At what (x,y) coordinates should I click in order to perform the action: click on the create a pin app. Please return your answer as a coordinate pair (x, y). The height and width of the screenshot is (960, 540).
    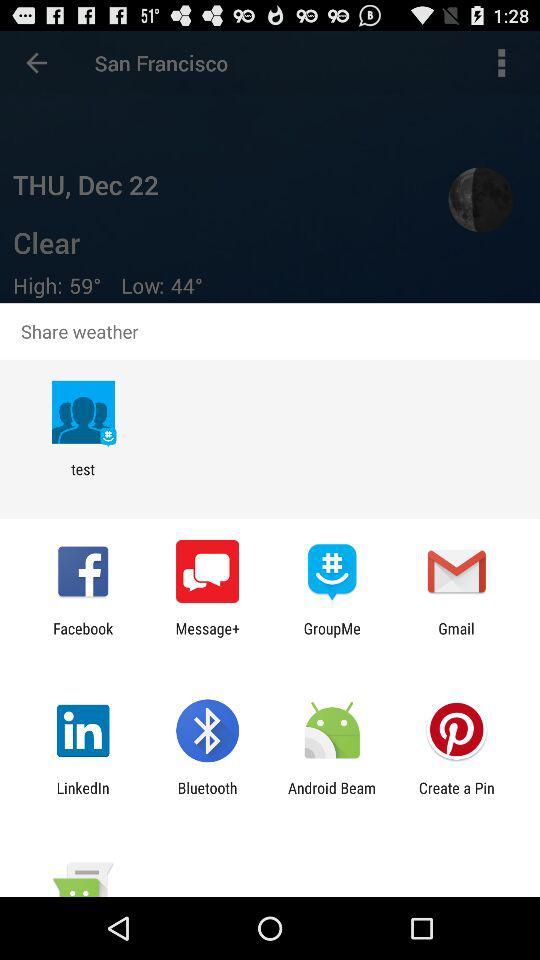
    Looking at the image, I should click on (456, 796).